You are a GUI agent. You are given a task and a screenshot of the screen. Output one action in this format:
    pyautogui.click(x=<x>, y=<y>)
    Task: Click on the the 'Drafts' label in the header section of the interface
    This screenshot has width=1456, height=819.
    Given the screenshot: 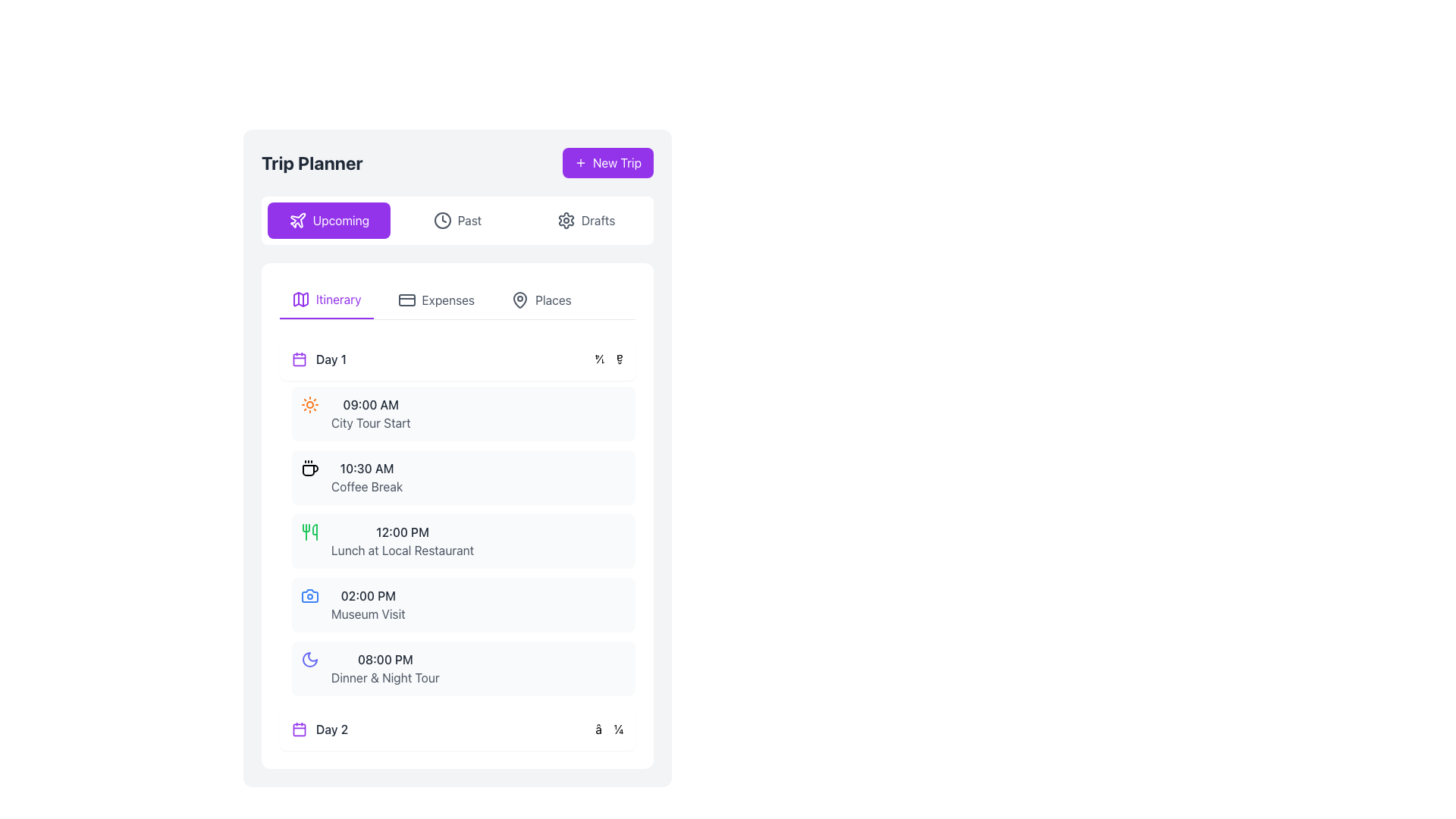 What is the action you would take?
    pyautogui.click(x=598, y=220)
    